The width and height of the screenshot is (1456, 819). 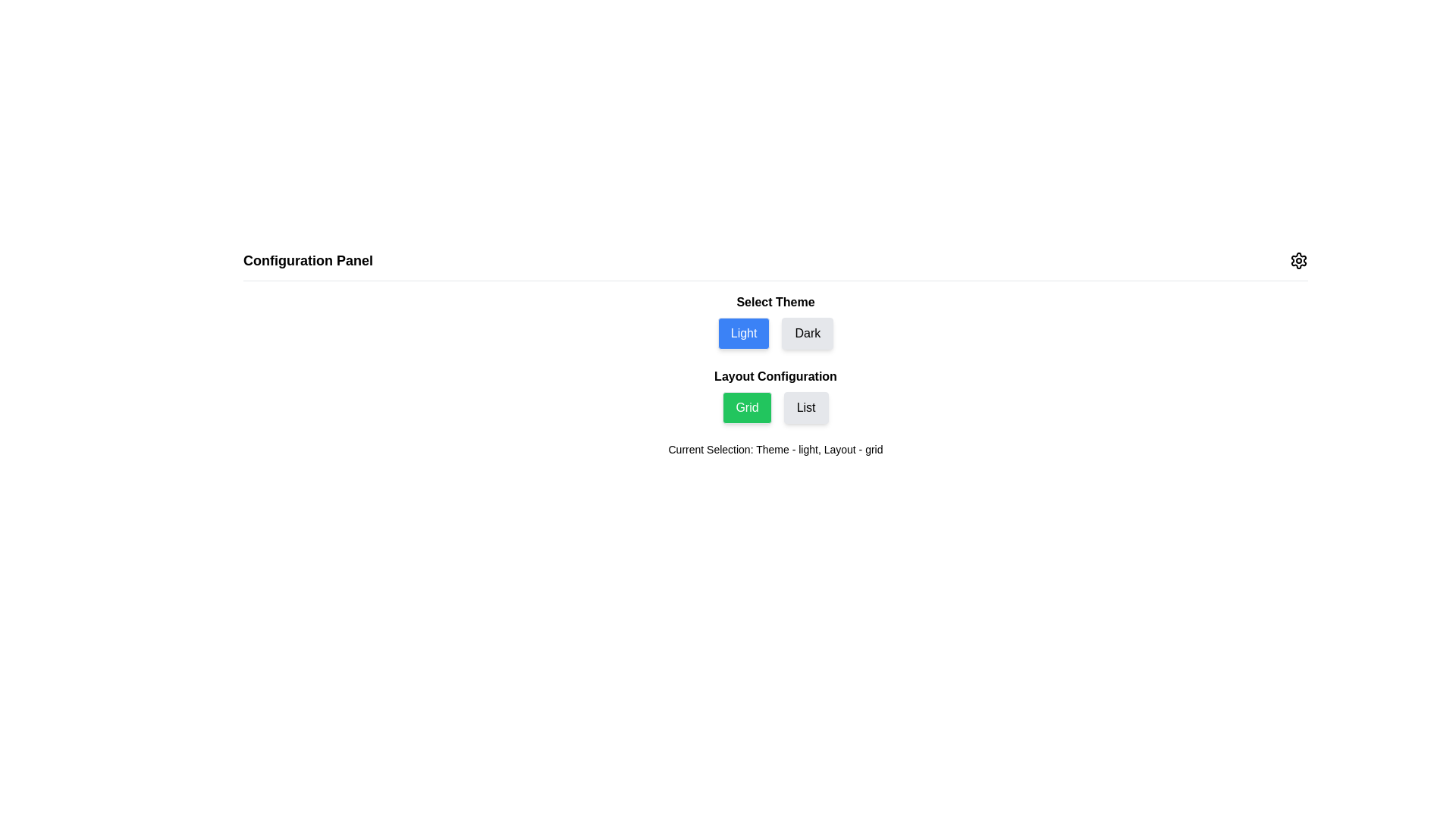 I want to click on the 'Grid' layout configuration button located to the left of the 'List' button in the 'Layout Configuration' section, so click(x=747, y=406).